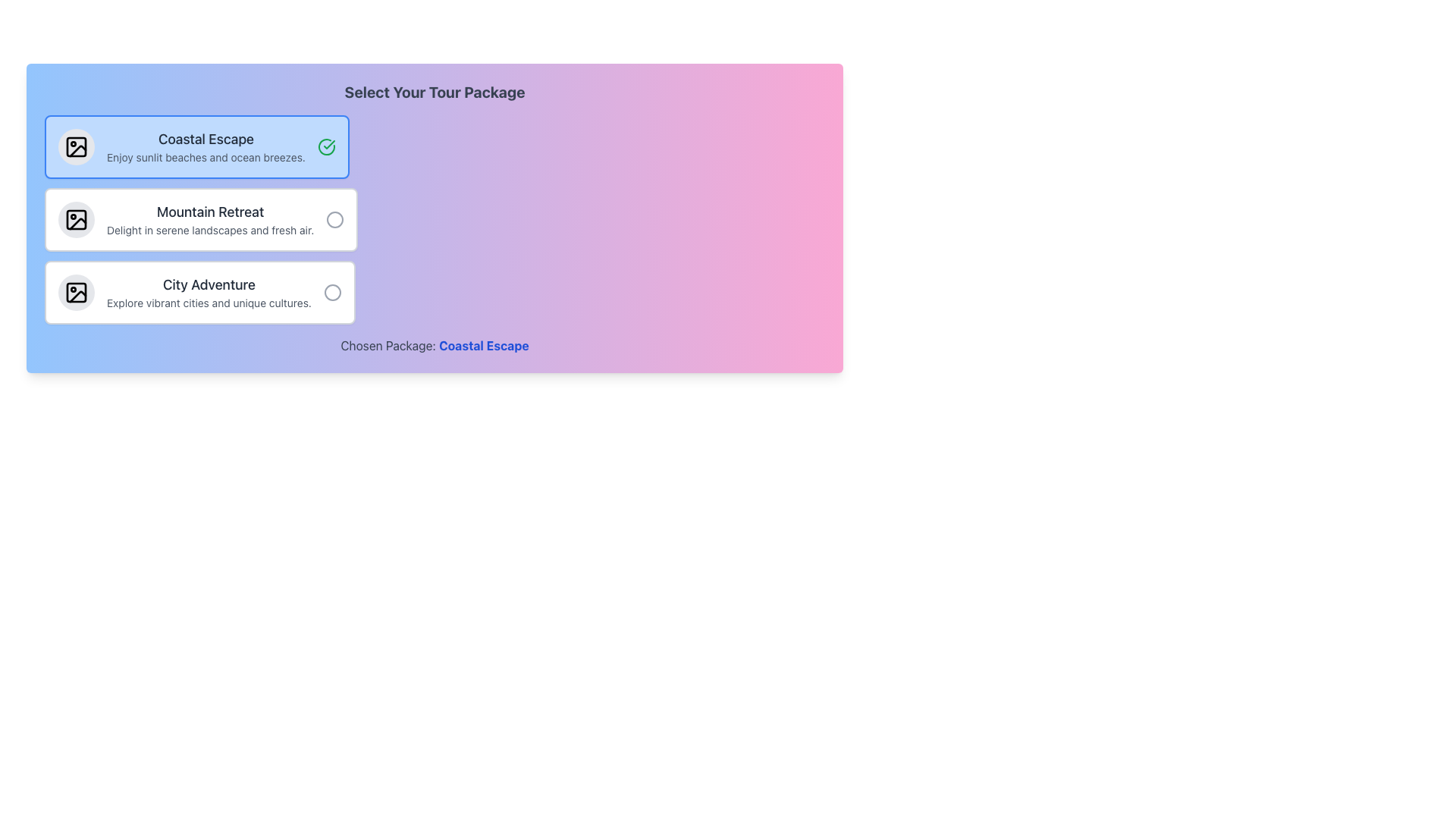  Describe the element at coordinates (334, 219) in the screenshot. I see `the circular radio button indicator for the 'Mountain Retreat' option` at that location.